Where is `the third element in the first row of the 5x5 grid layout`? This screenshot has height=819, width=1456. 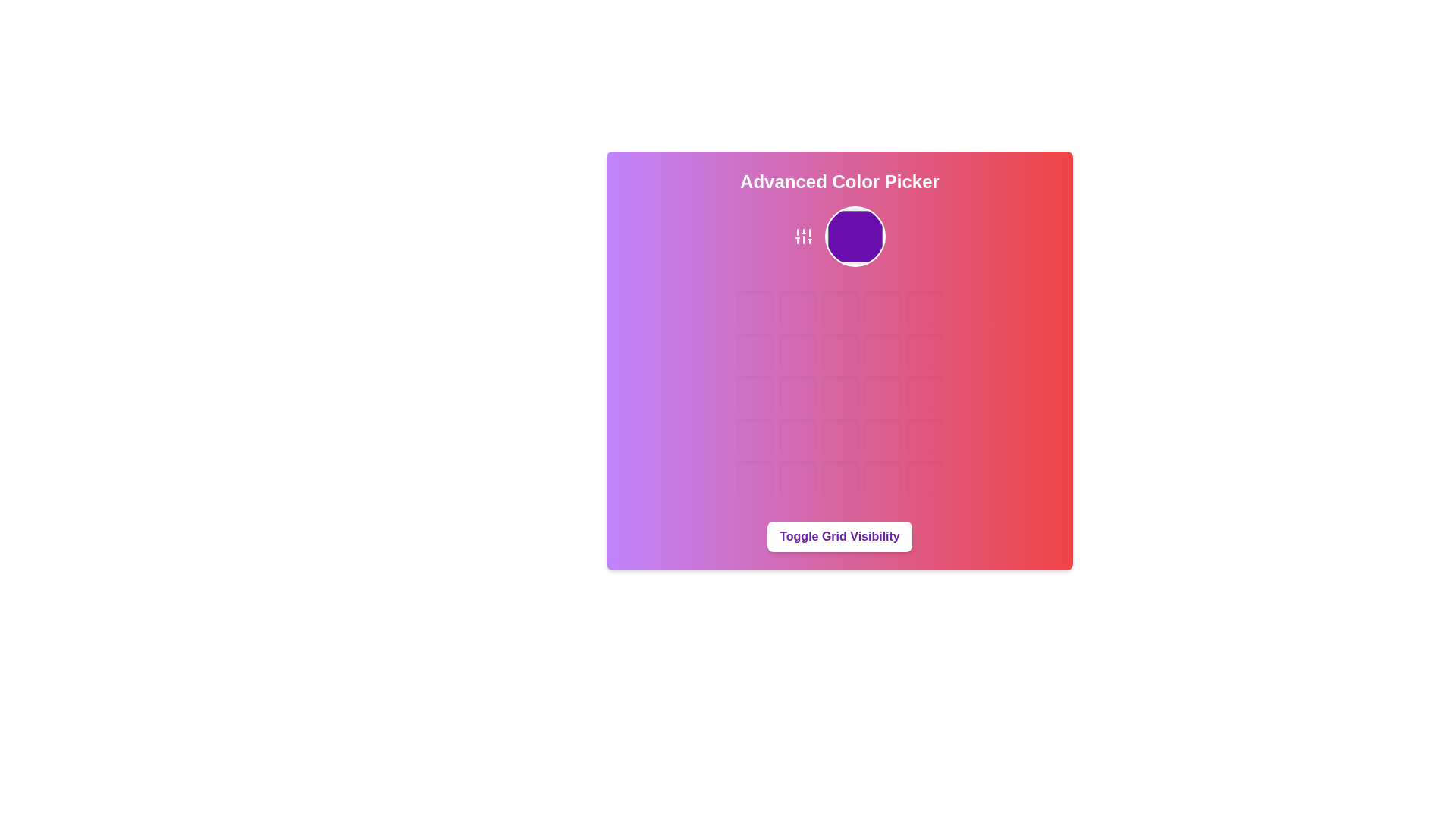 the third element in the first row of the 5x5 grid layout is located at coordinates (839, 309).